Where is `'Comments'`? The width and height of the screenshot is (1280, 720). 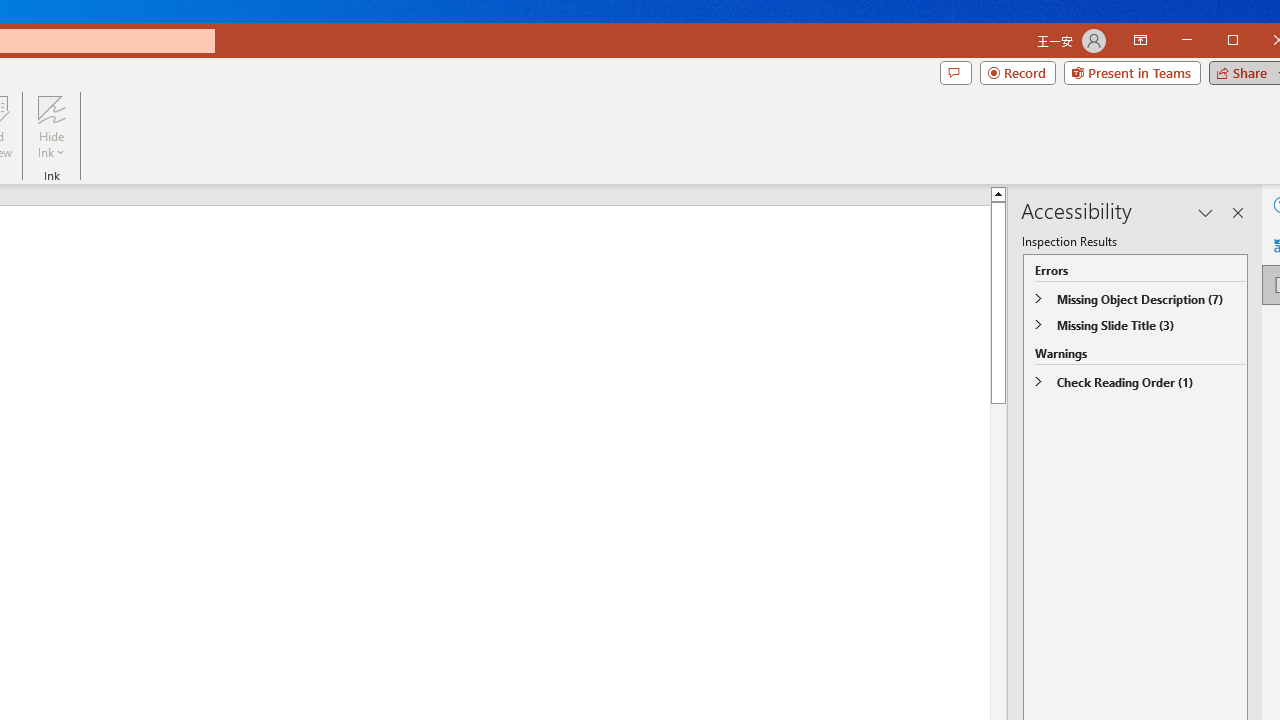
'Comments' is located at coordinates (954, 72).